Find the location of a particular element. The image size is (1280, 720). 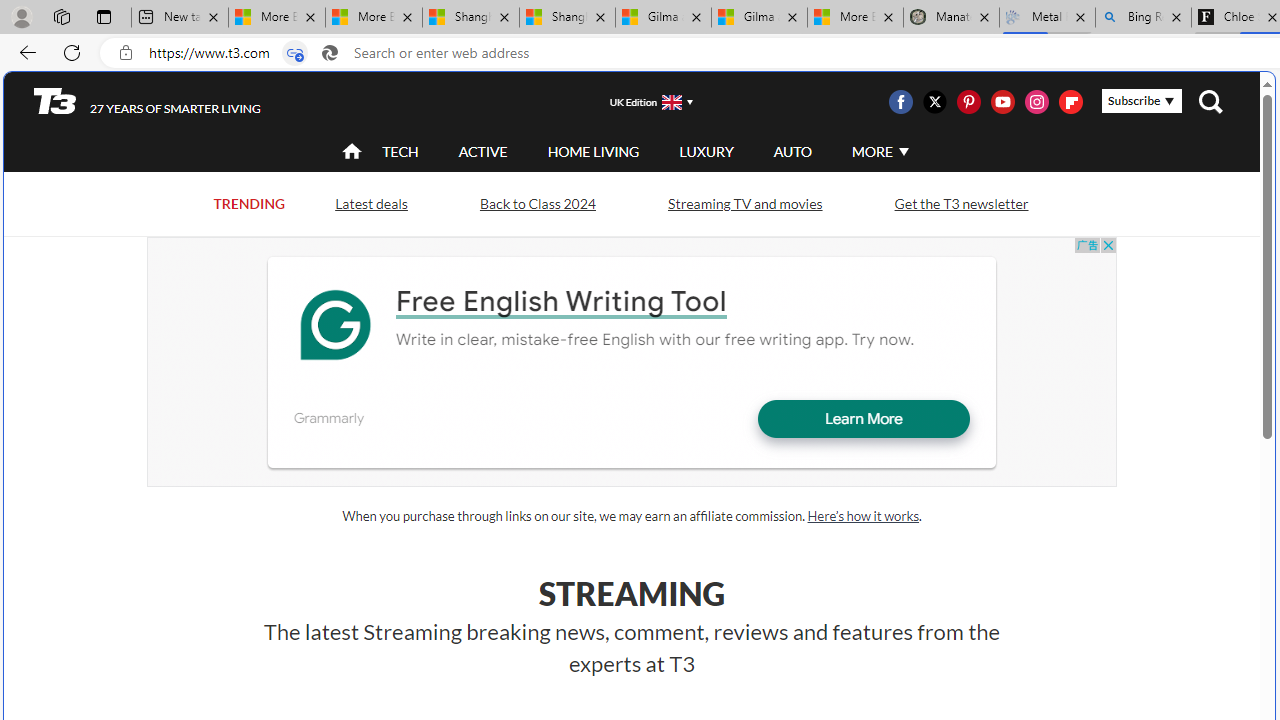

'T3' is located at coordinates (55, 100).